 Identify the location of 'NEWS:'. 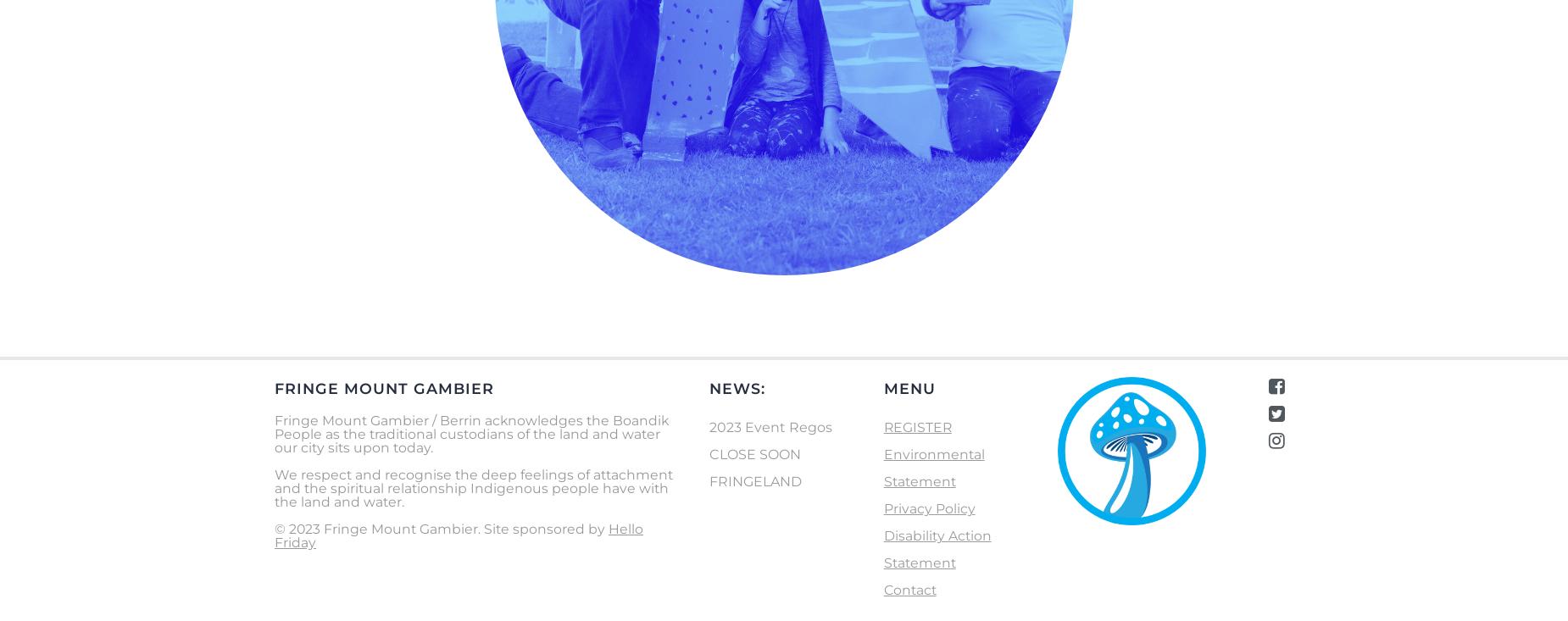
(737, 386).